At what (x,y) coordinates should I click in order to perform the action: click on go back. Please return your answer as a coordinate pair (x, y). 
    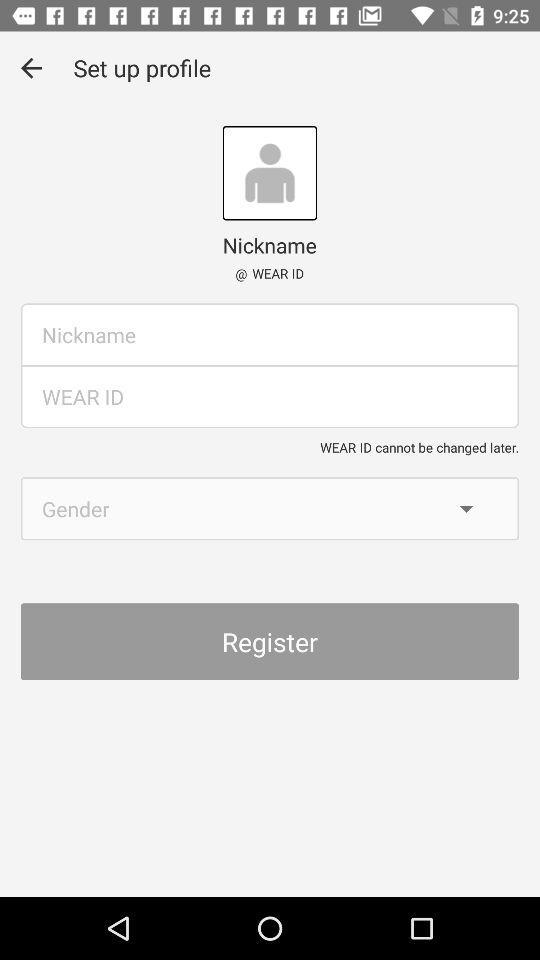
    Looking at the image, I should click on (30, 68).